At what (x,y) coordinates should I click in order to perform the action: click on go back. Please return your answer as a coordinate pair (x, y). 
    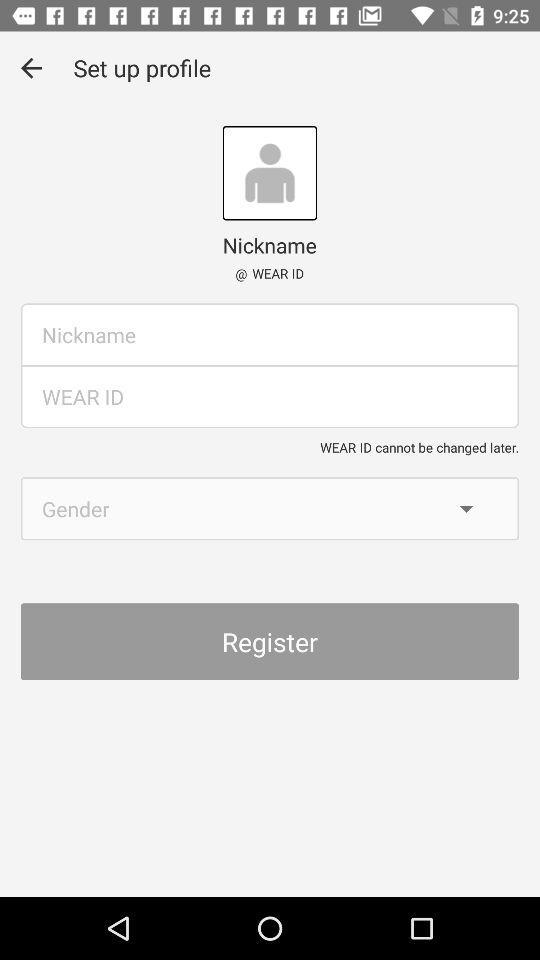
    Looking at the image, I should click on (30, 68).